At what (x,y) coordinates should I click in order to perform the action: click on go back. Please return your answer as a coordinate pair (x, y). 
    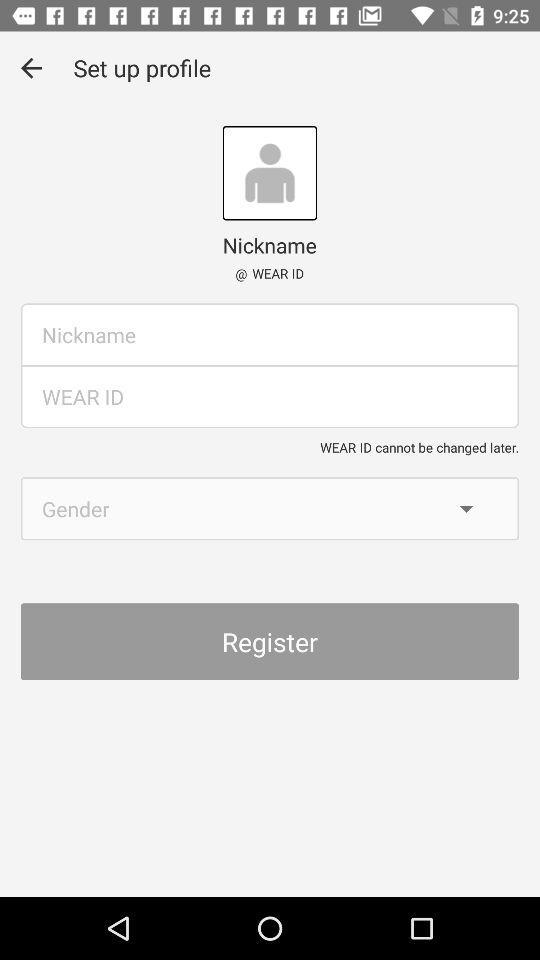
    Looking at the image, I should click on (30, 68).